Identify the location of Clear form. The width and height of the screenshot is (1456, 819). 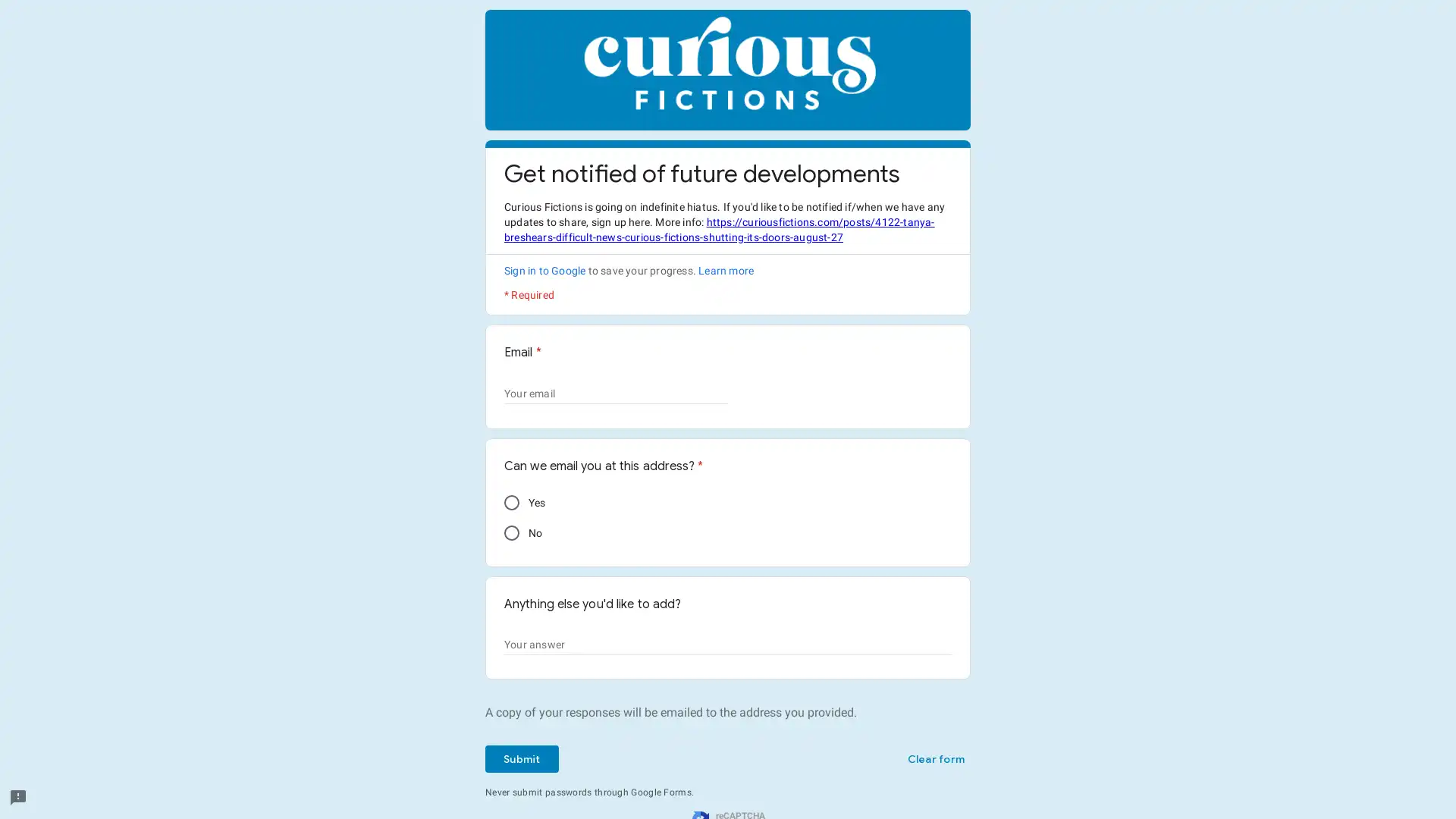
(934, 759).